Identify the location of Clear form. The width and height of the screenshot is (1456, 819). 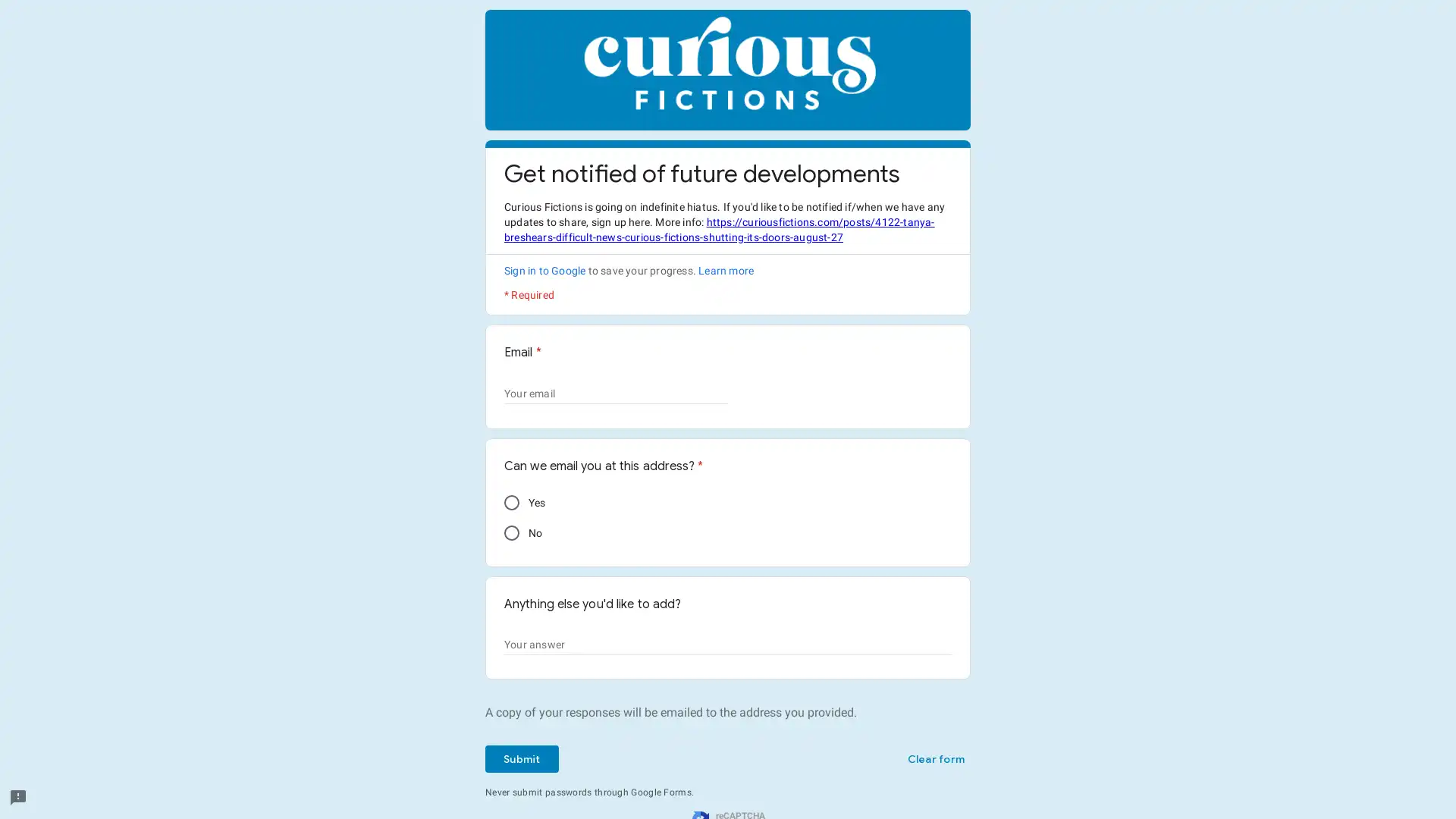
(934, 759).